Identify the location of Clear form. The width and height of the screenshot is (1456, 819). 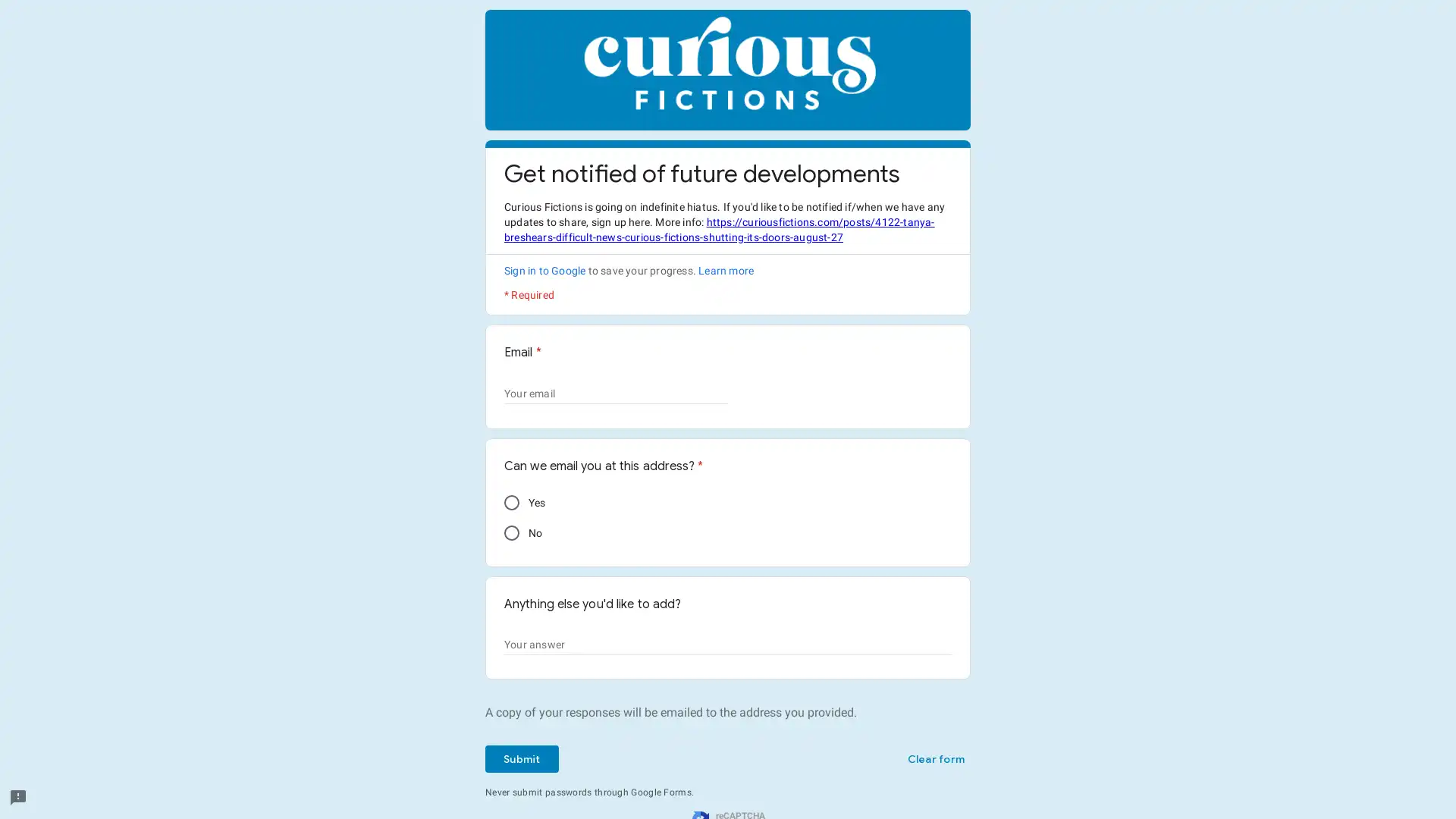
(934, 759).